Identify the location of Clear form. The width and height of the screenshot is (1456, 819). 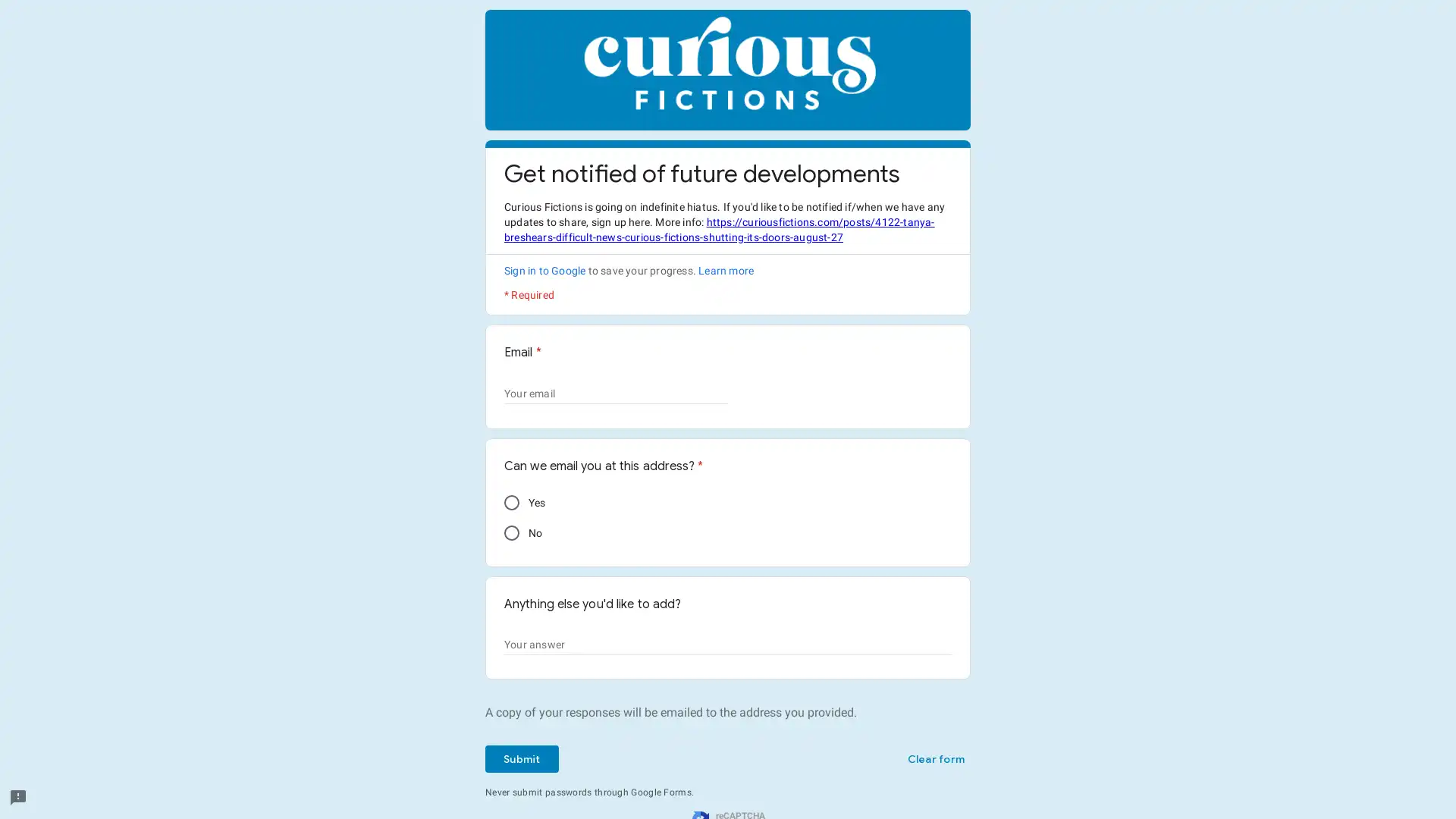
(934, 759).